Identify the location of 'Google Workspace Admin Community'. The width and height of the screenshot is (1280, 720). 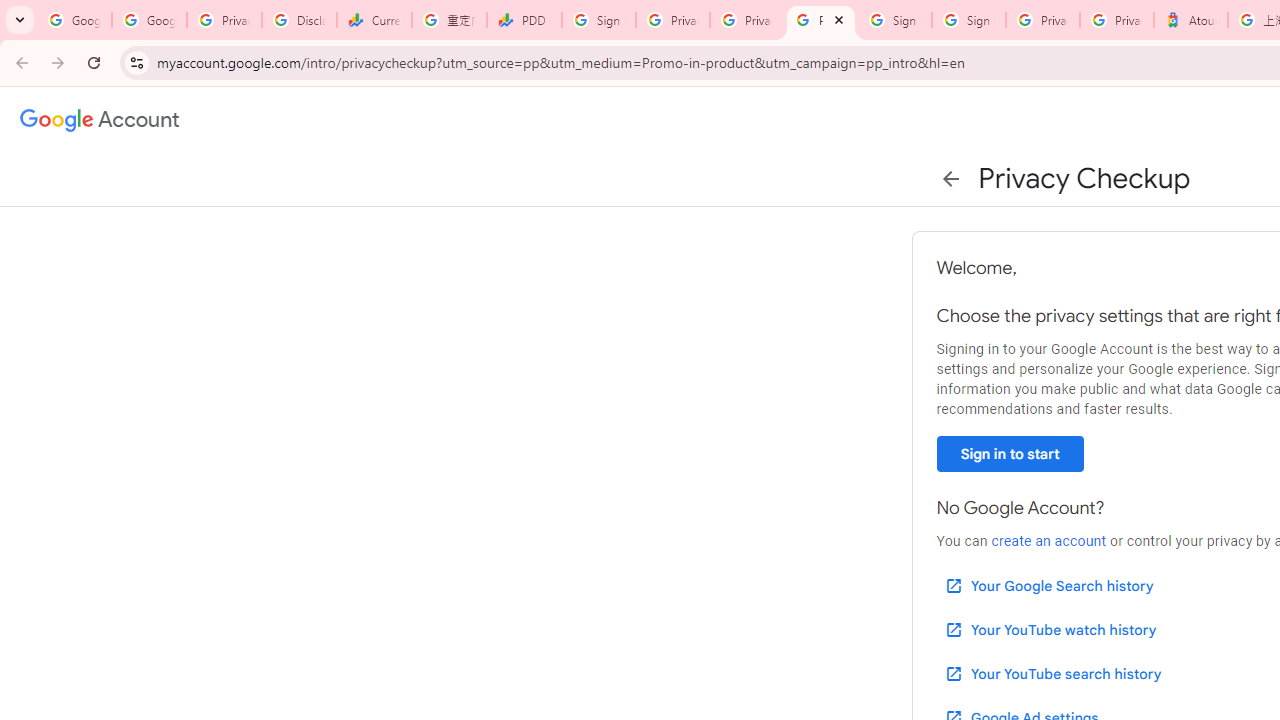
(74, 20).